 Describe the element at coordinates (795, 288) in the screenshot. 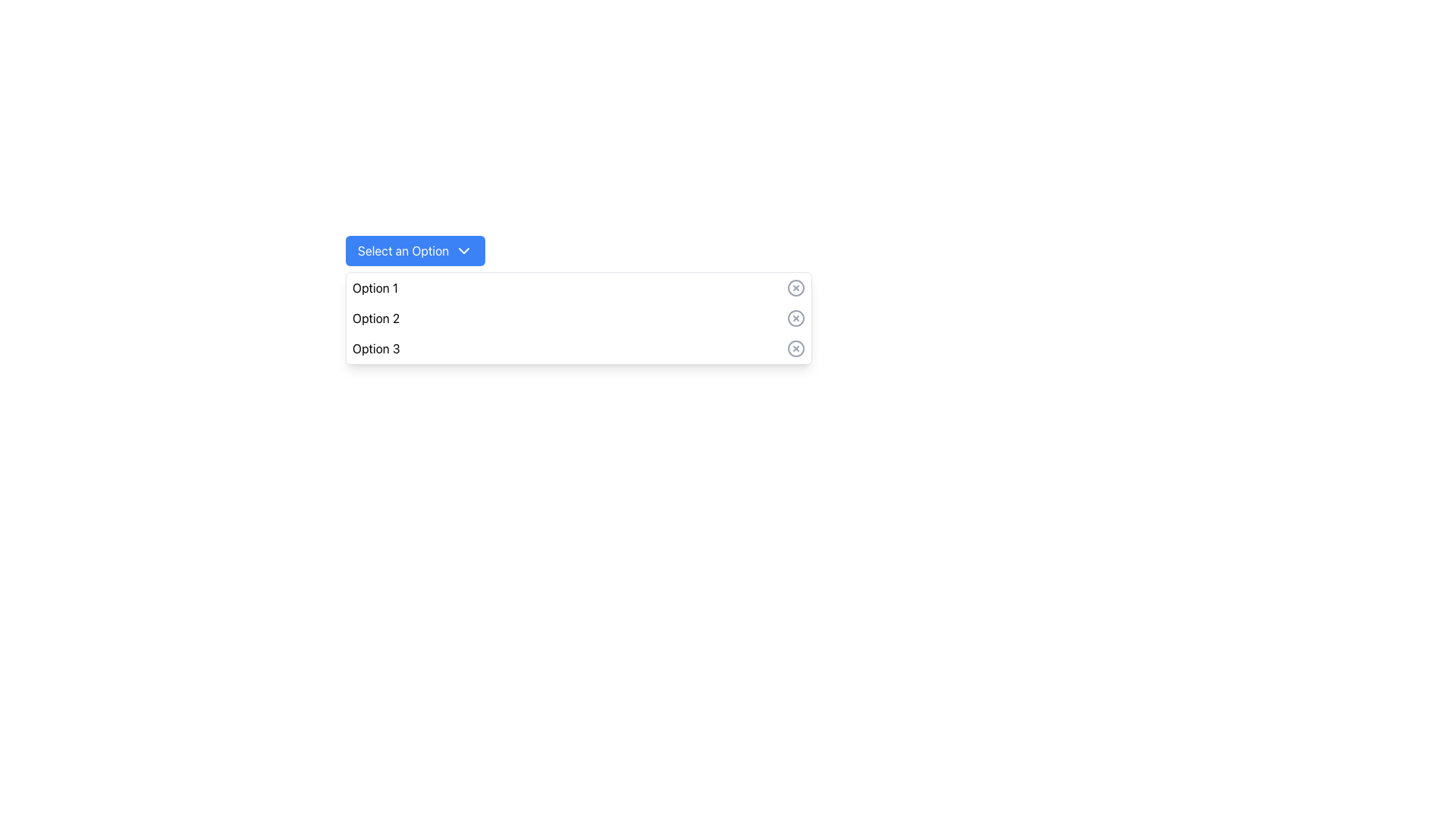

I see `the circular SVG graphical element that serves as the background of a cross icon, located in the dropdown menu near the top-right corner of the list options` at that location.